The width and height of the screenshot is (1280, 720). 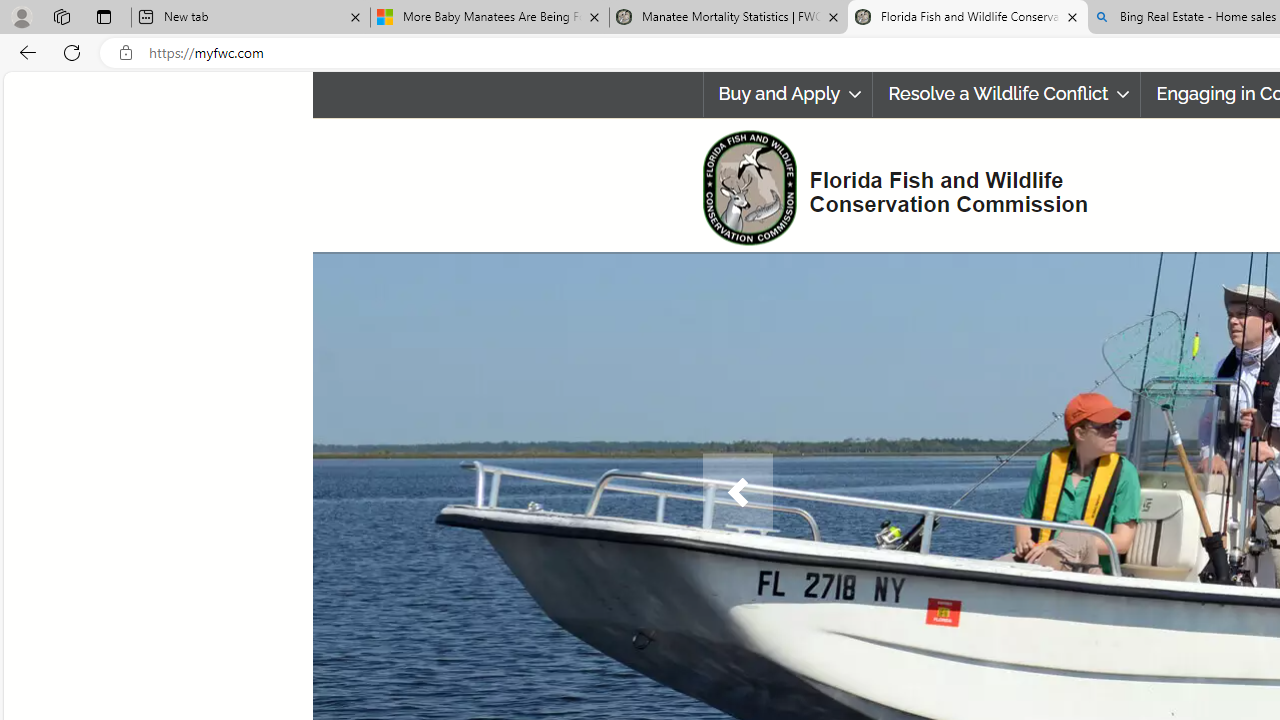 What do you see at coordinates (786, 94) in the screenshot?
I see `'Buy and Apply'` at bounding box center [786, 94].